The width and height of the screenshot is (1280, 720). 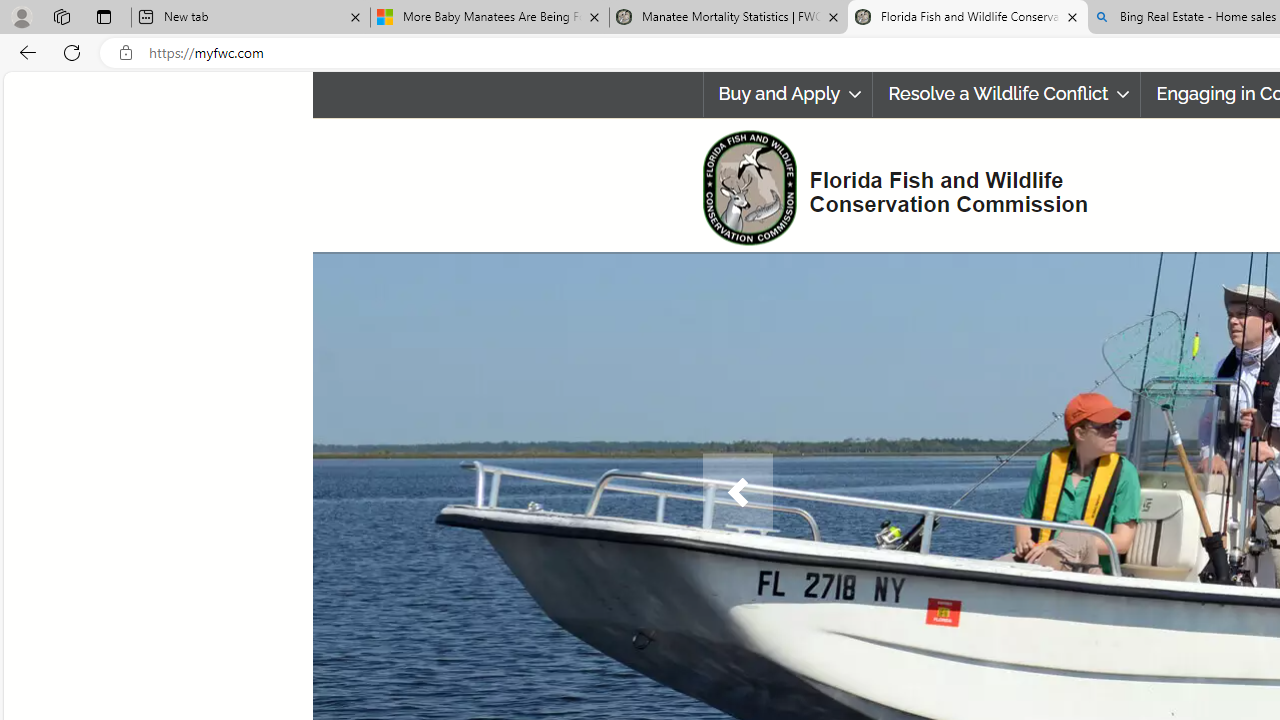 What do you see at coordinates (786, 94) in the screenshot?
I see `'Buy and Apply'` at bounding box center [786, 94].